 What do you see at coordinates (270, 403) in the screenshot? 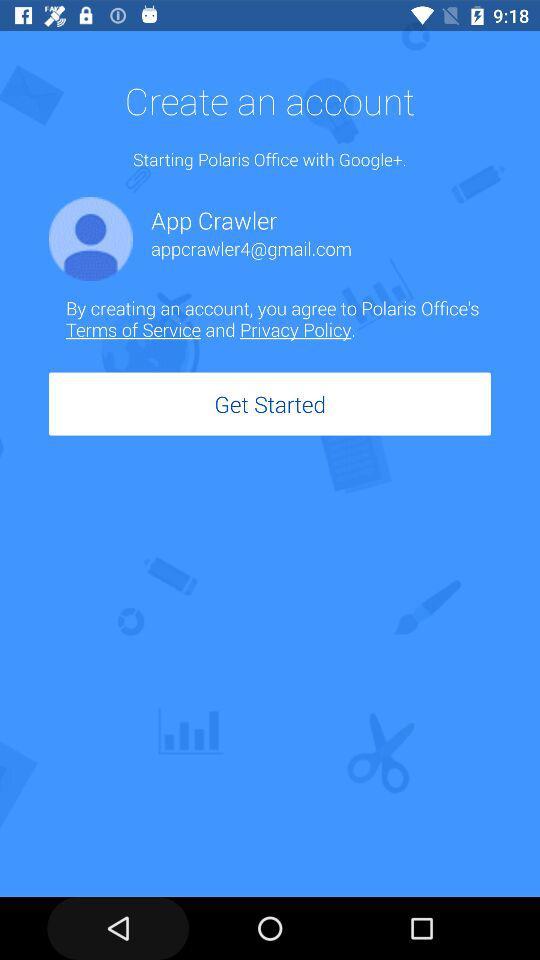
I see `the icon below the by creating an` at bounding box center [270, 403].